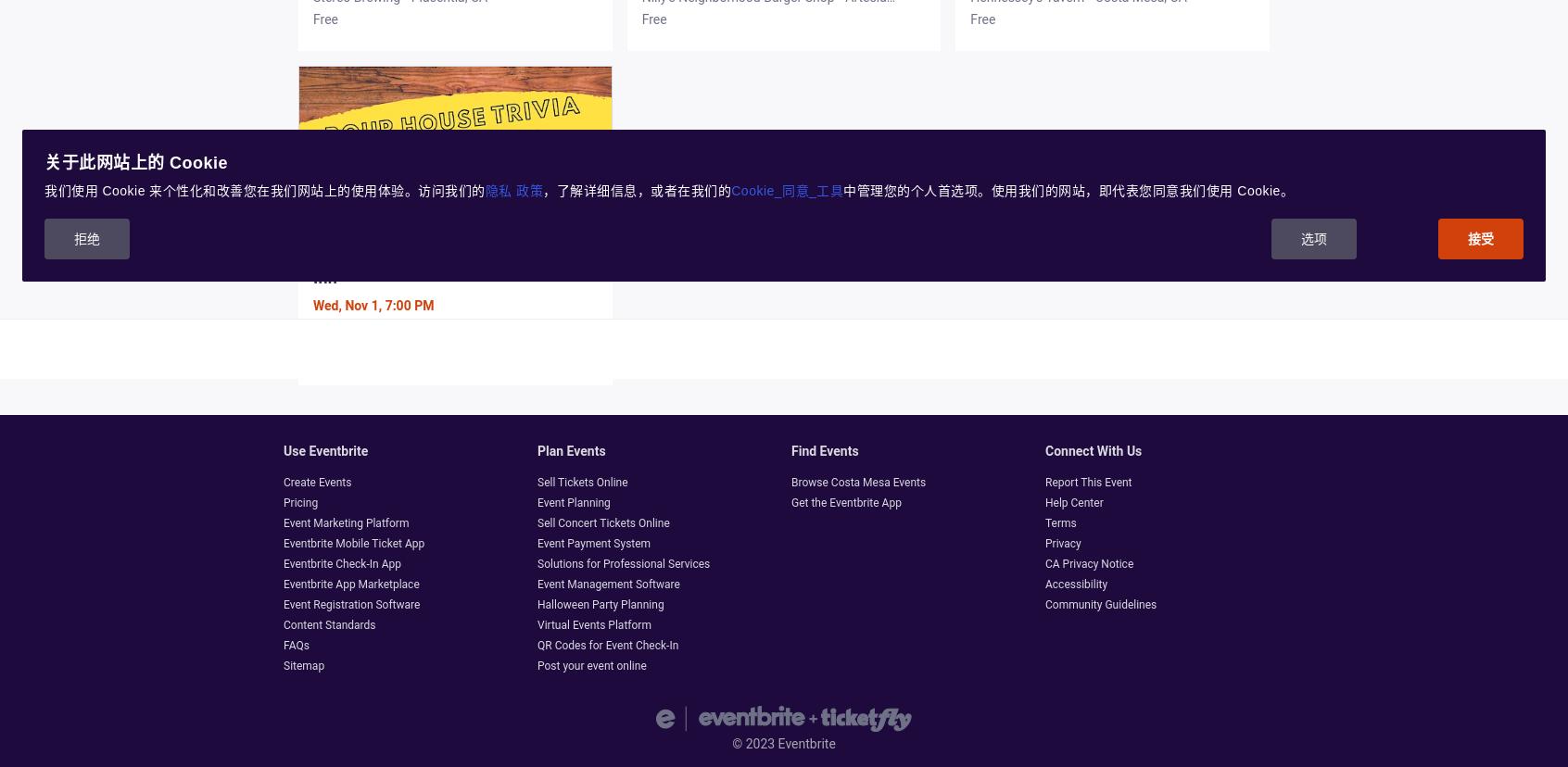  I want to click on 'Eventbrite', so click(775, 742).